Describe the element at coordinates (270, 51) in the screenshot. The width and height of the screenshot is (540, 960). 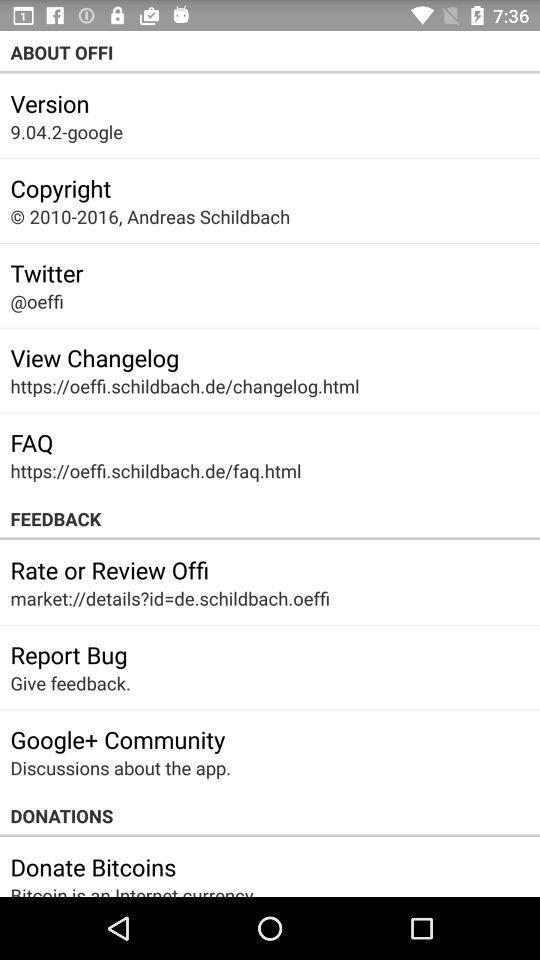
I see `the about offi` at that location.